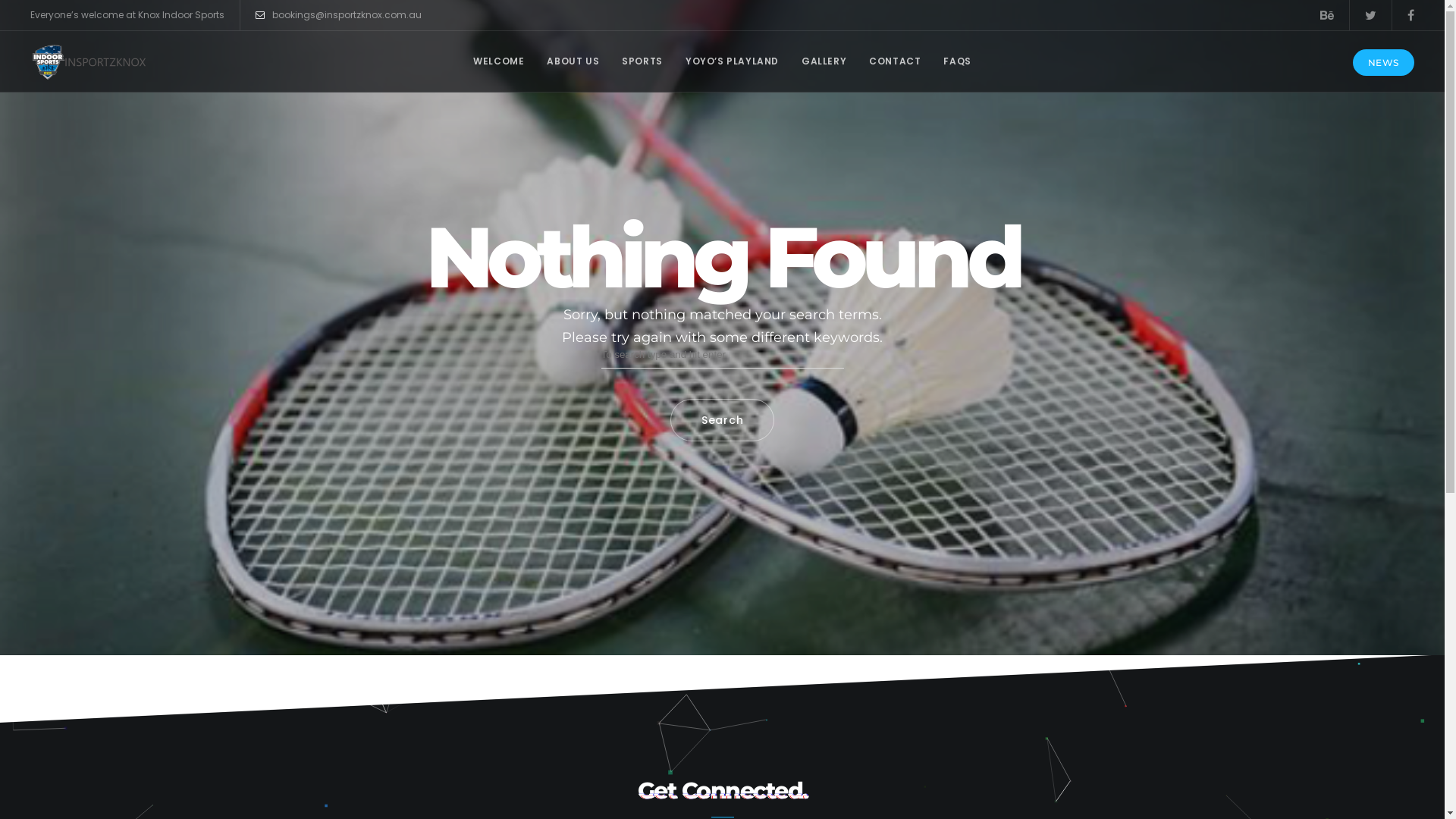  What do you see at coordinates (1383, 61) in the screenshot?
I see `'NEWS'` at bounding box center [1383, 61].